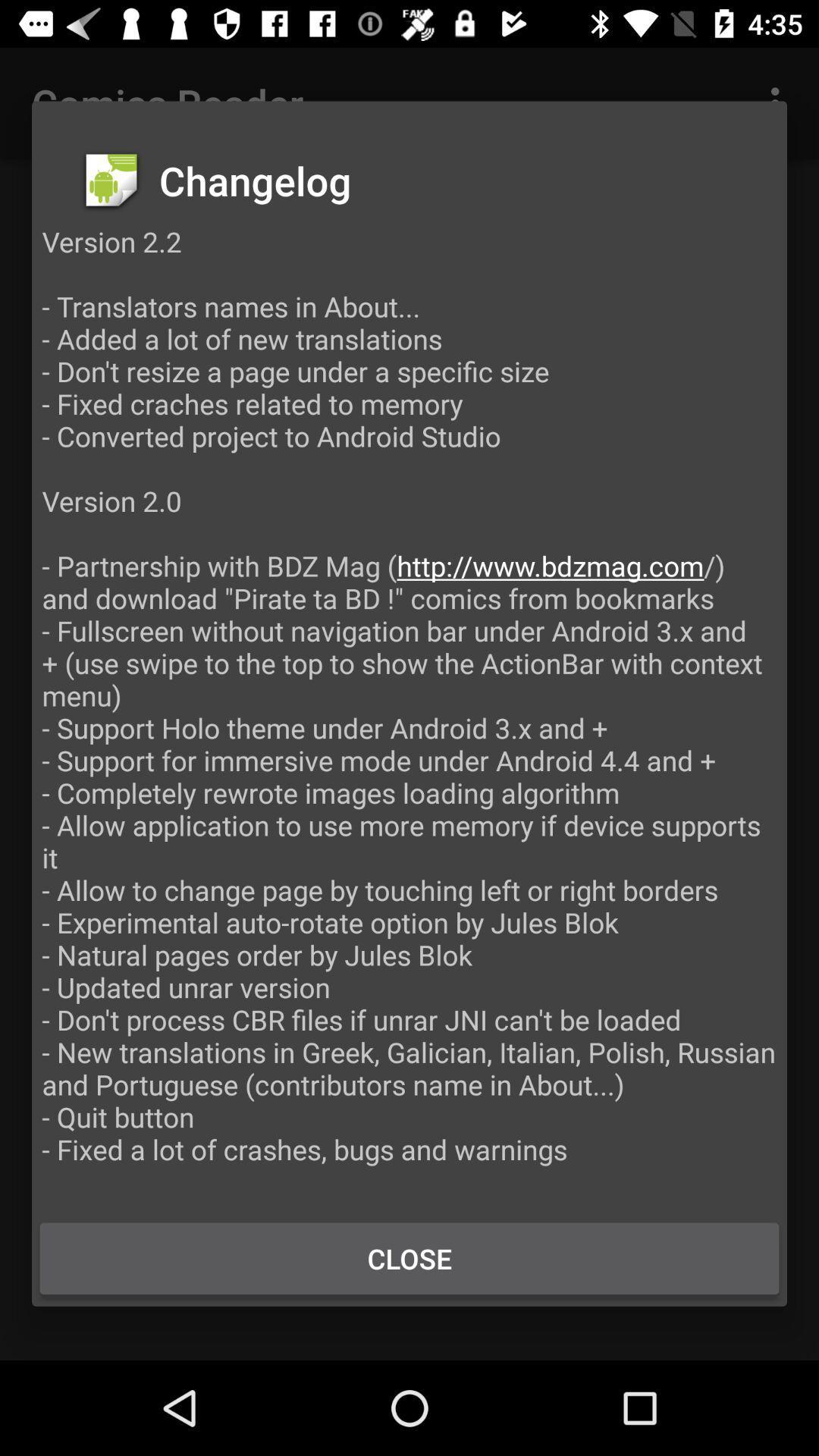  What do you see at coordinates (409, 1258) in the screenshot?
I see `the close icon` at bounding box center [409, 1258].